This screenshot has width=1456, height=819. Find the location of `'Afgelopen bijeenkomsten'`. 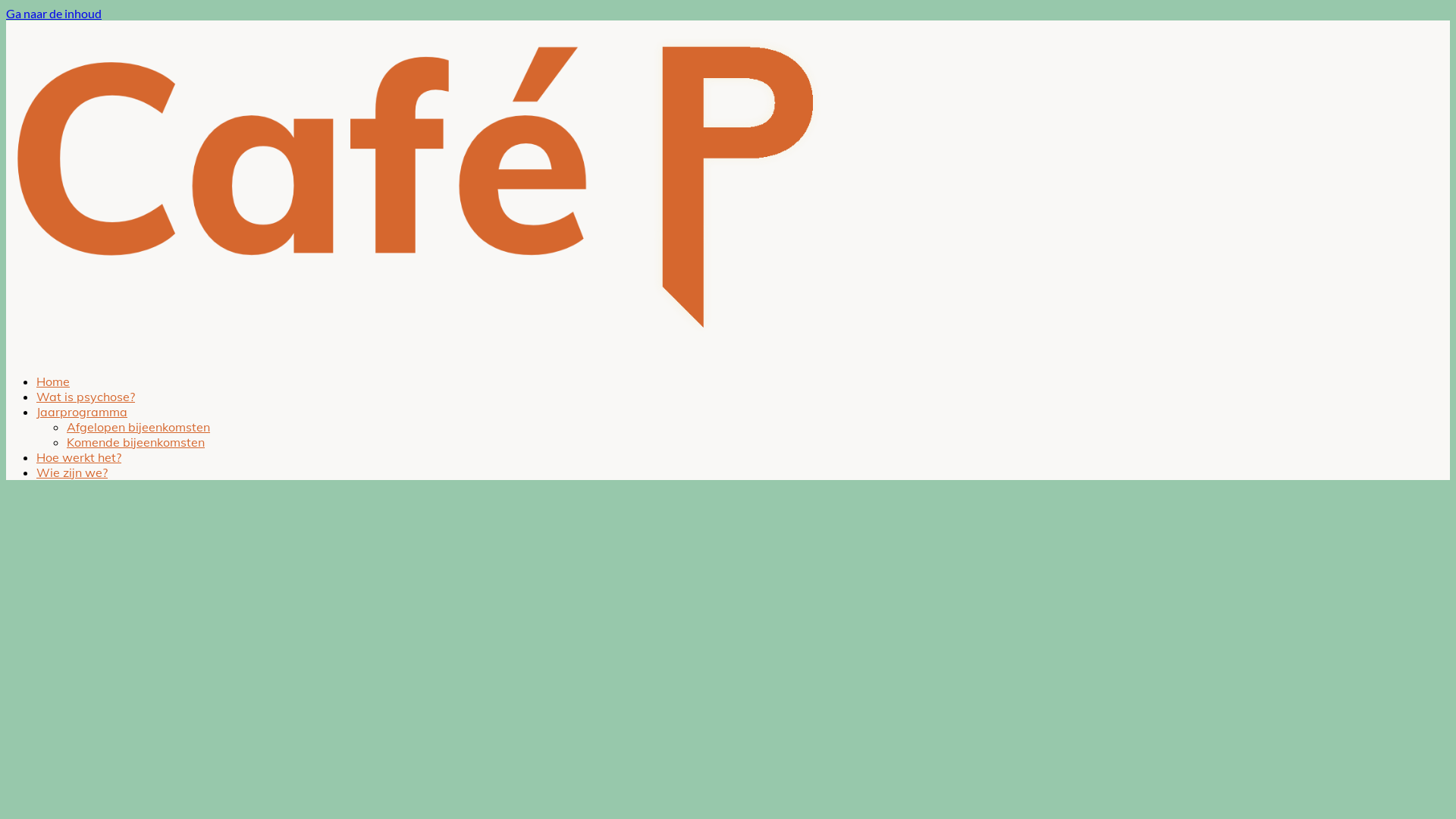

'Afgelopen bijeenkomsten' is located at coordinates (138, 427).